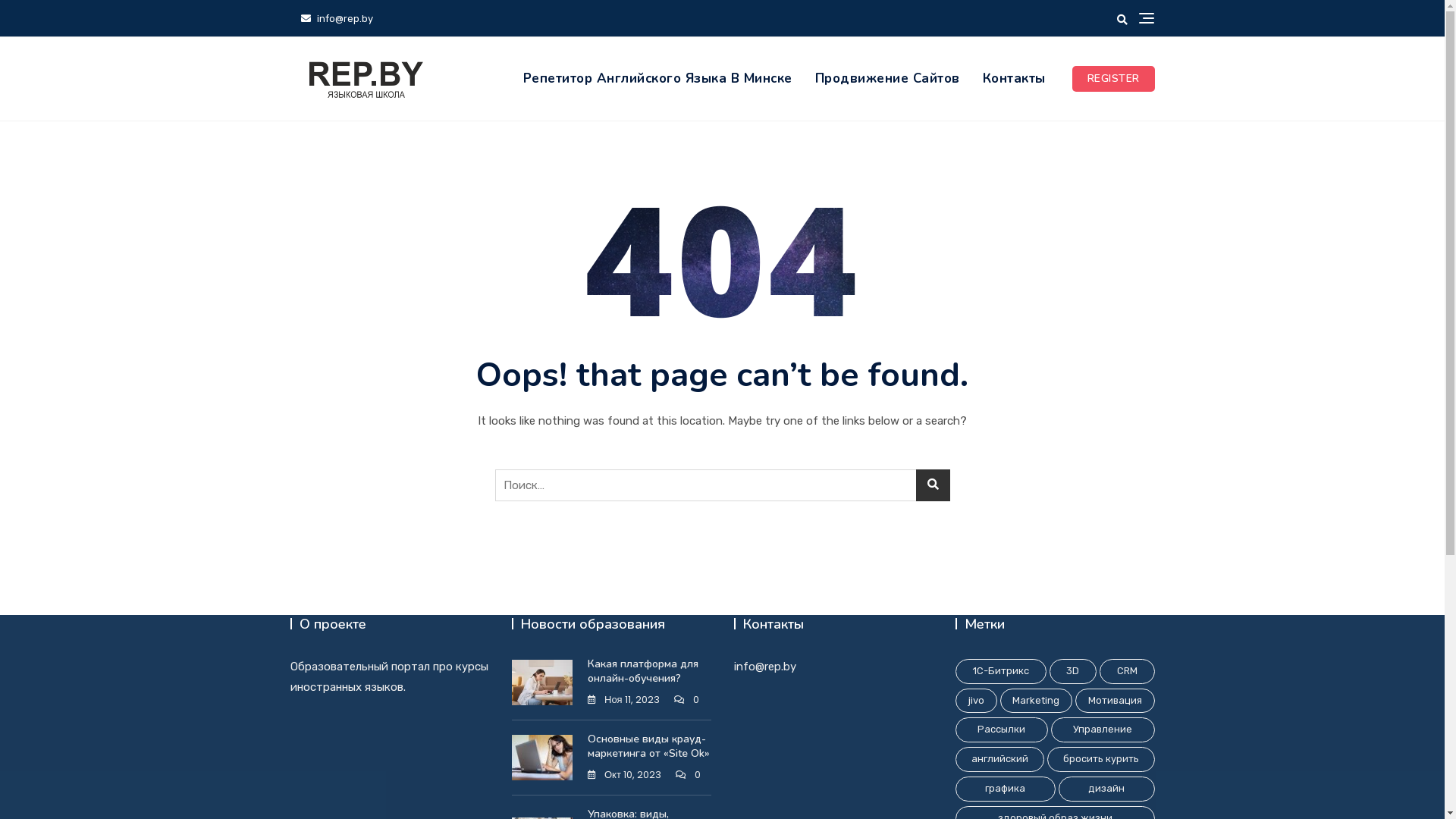 The image size is (1456, 819). What do you see at coordinates (1035, 701) in the screenshot?
I see `'Marketing'` at bounding box center [1035, 701].